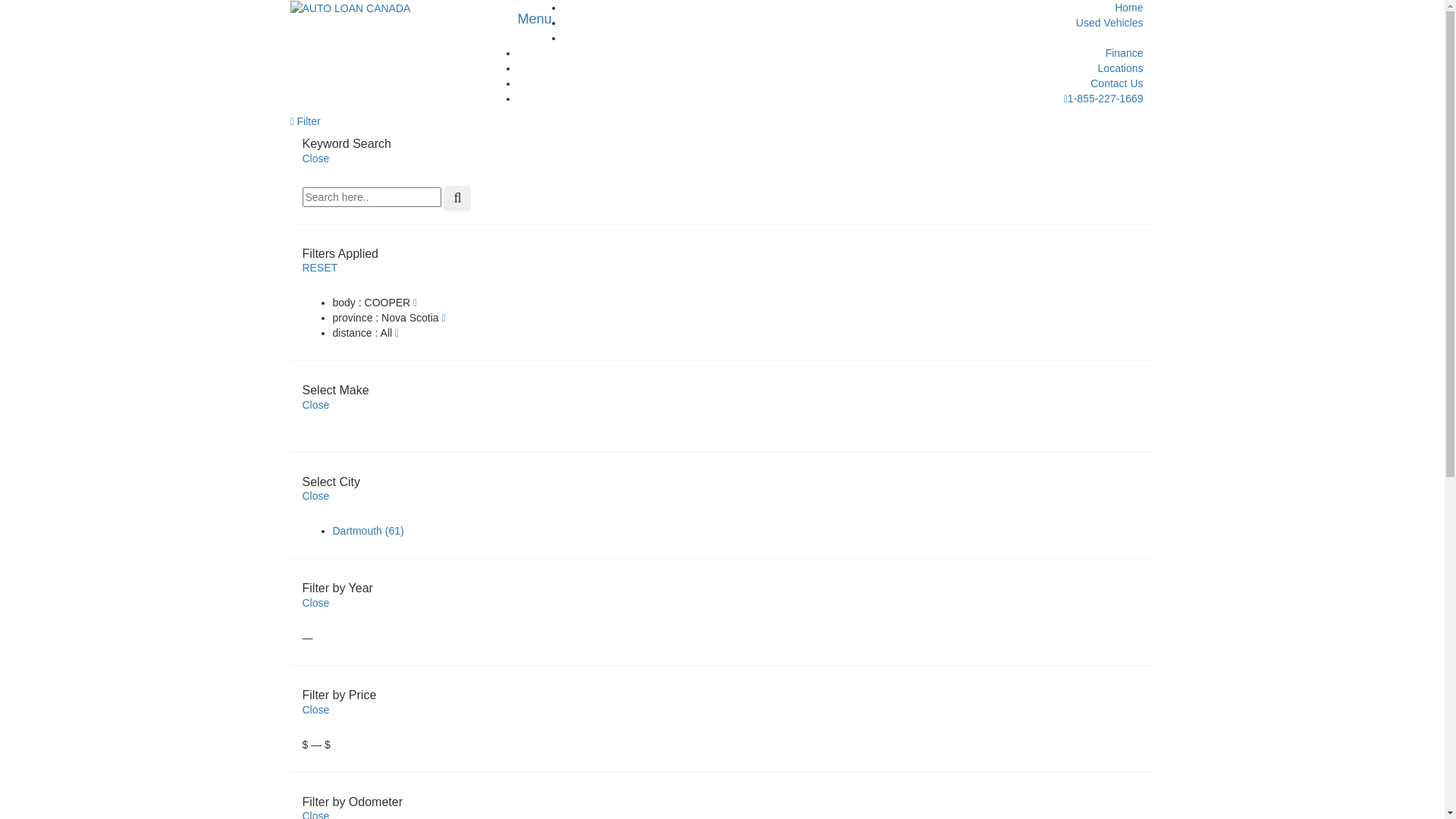 The width and height of the screenshot is (1456, 819). I want to click on 'Dartmouth (61)', so click(331, 529).